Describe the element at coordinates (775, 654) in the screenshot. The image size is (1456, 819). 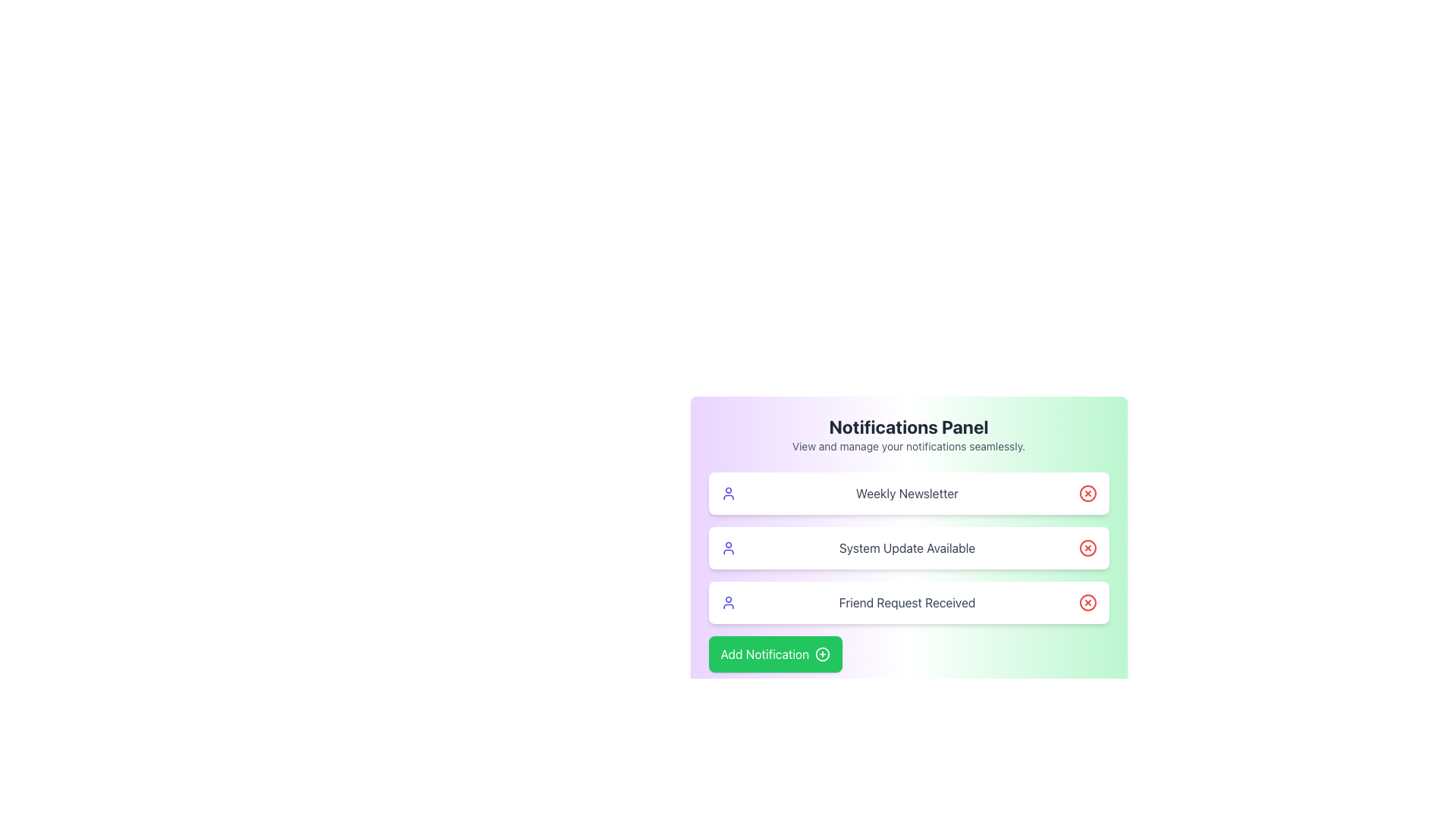
I see `the green rectangular button labeled 'Add Notification' at the bottom of the notifications panel to observe its color change` at that location.